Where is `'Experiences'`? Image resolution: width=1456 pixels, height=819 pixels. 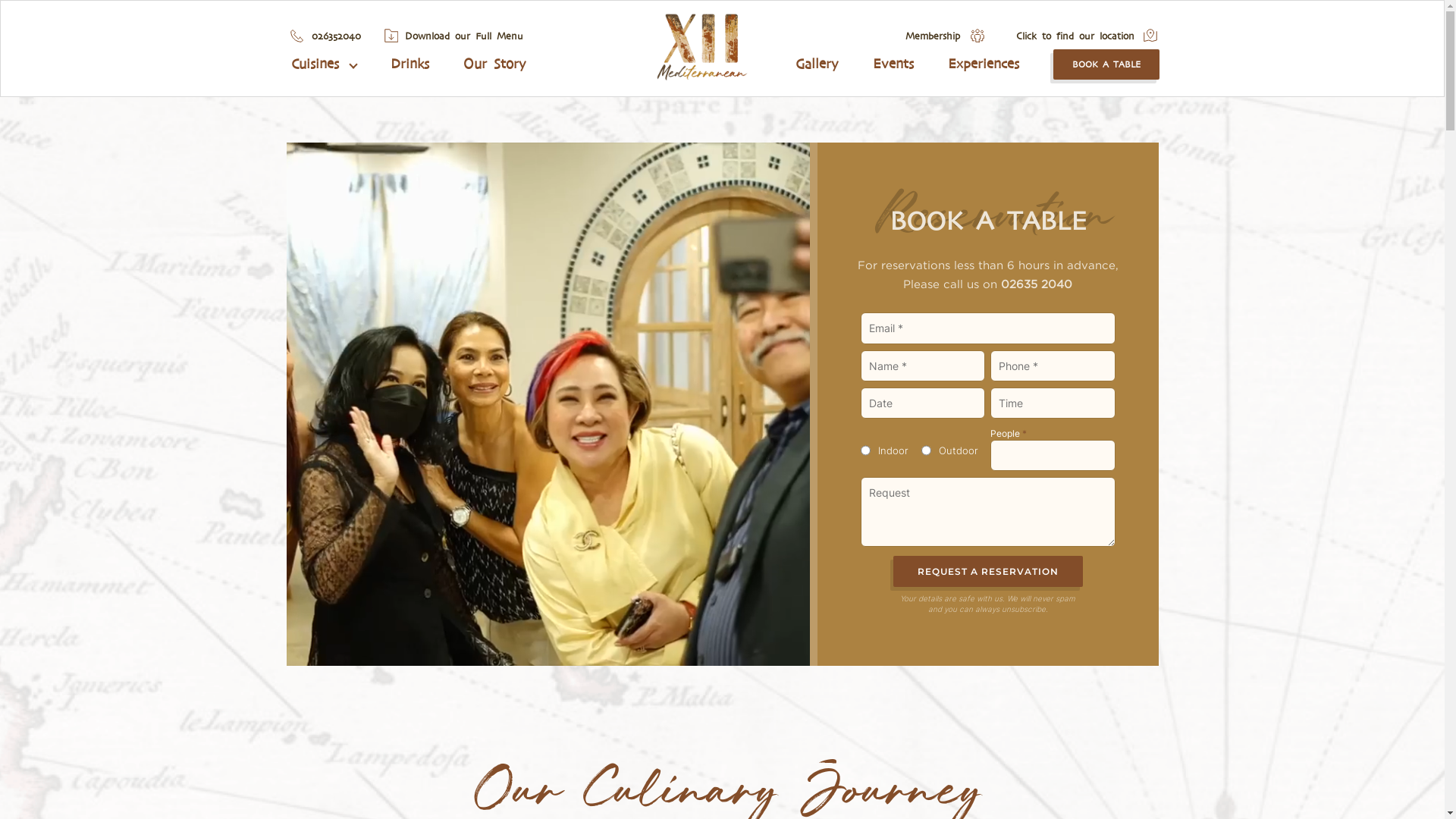 'Experiences' is located at coordinates (983, 63).